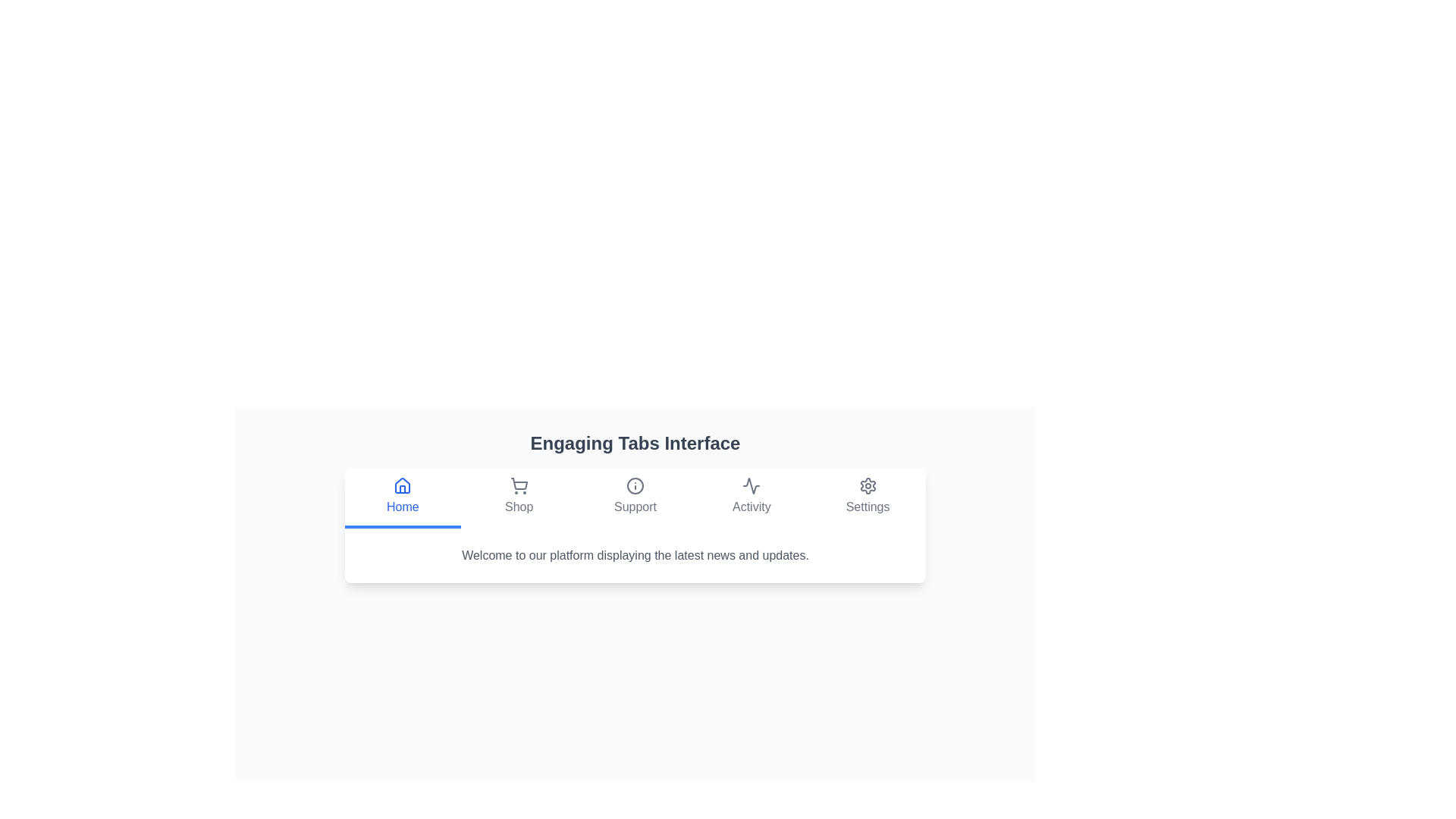 This screenshot has height=819, width=1456. Describe the element at coordinates (635, 497) in the screenshot. I see `the 'Support' tab in the navigation bar` at that location.